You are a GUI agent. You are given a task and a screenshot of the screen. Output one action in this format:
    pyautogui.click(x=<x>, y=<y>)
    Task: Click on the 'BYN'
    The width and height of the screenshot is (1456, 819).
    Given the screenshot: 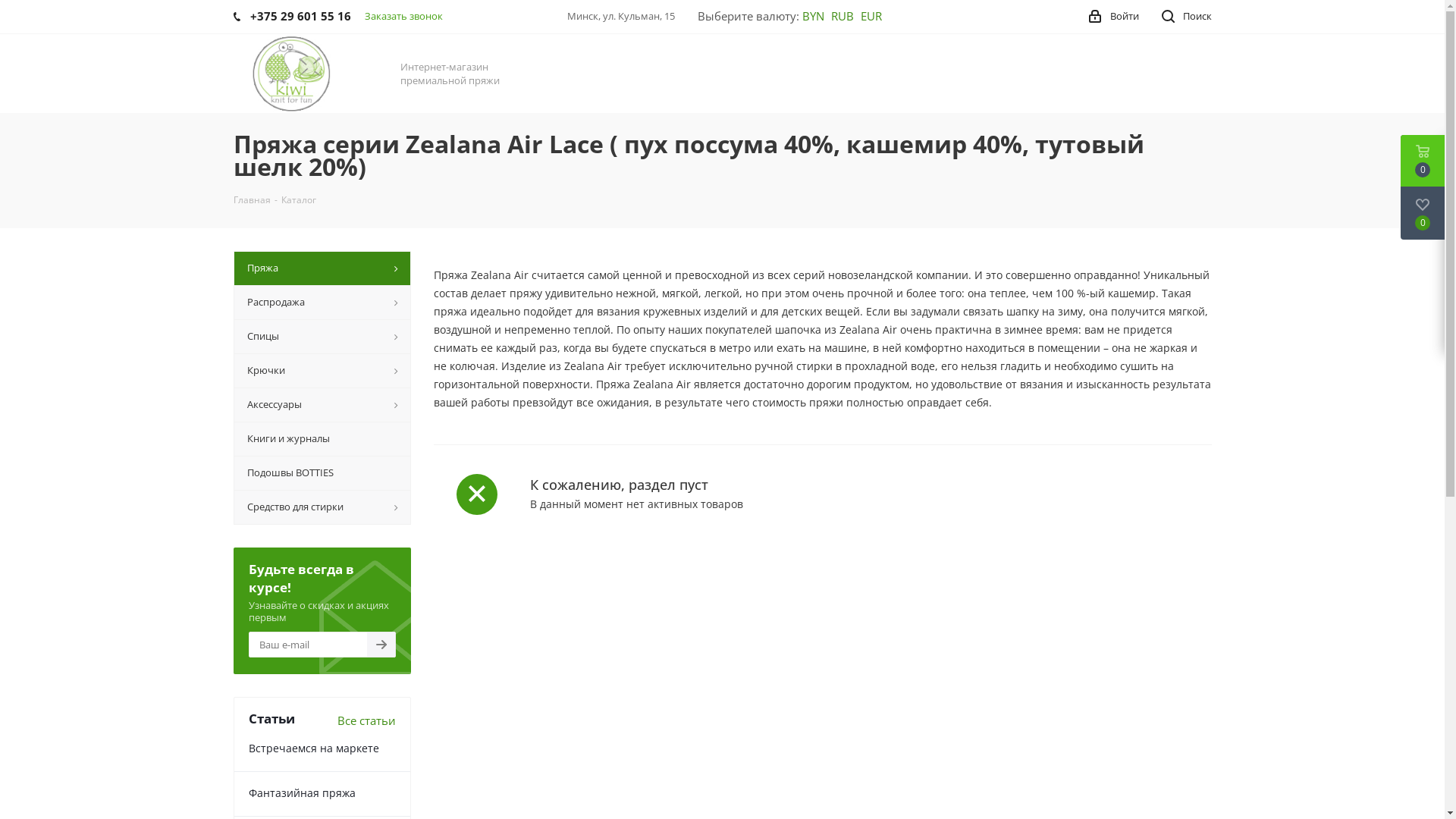 What is the action you would take?
    pyautogui.click(x=812, y=15)
    